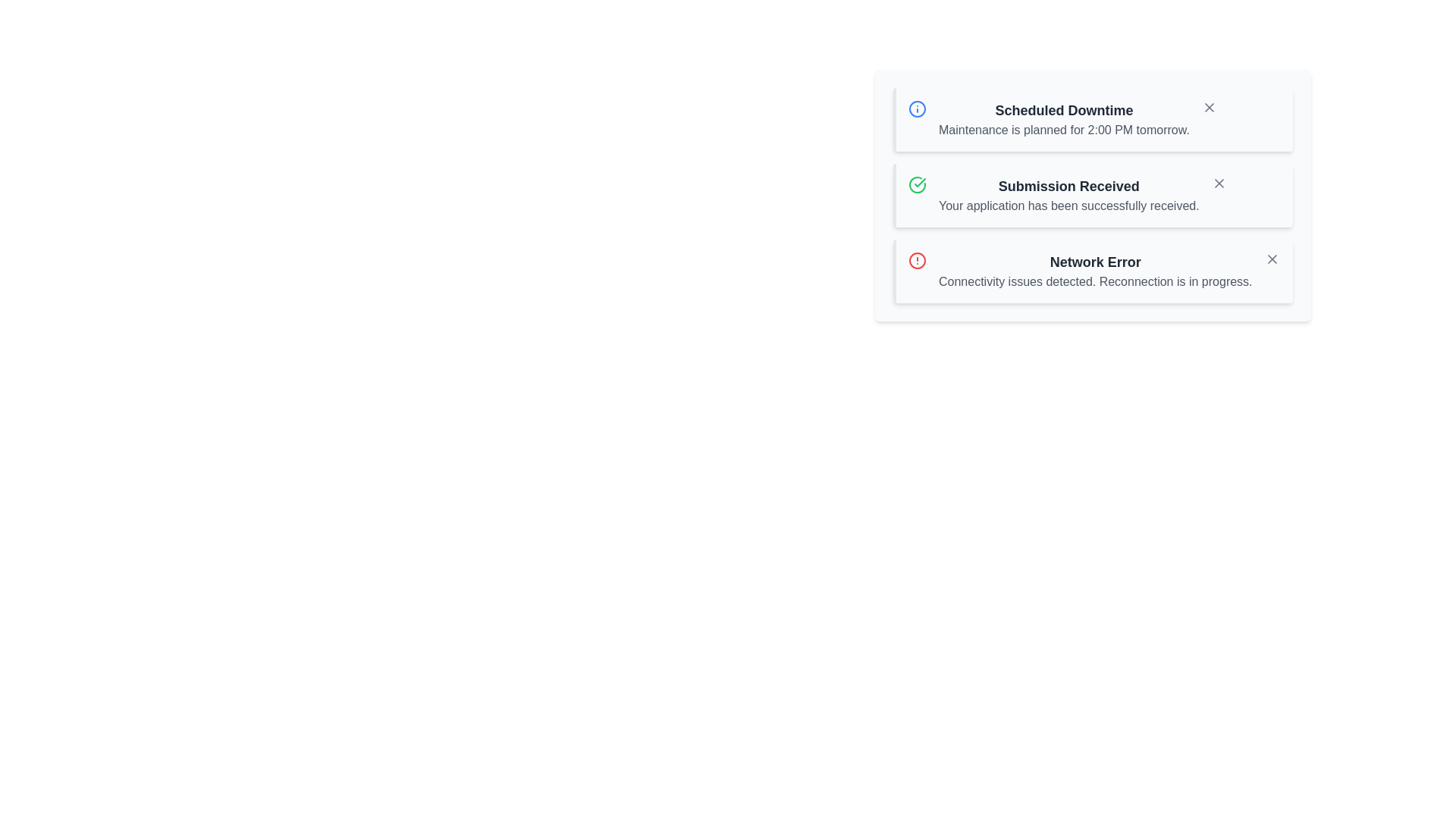 This screenshot has height=819, width=1456. I want to click on static text indicating an error in the network, which is the headline within the notification card located at the bottom of a list of similar cards, so click(1095, 262).